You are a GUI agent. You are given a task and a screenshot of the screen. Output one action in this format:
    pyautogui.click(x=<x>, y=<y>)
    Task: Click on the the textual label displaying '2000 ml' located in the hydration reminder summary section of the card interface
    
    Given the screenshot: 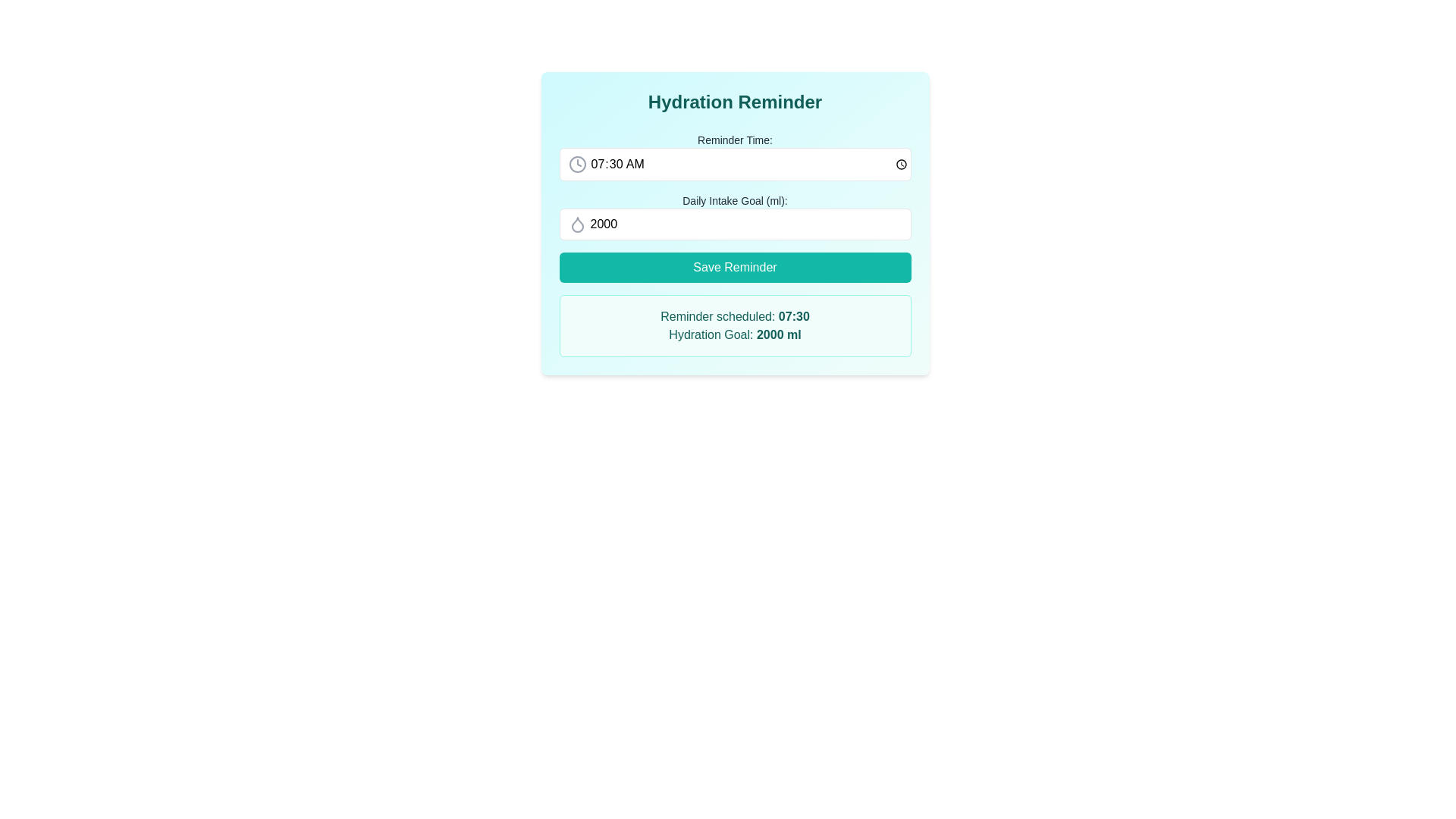 What is the action you would take?
    pyautogui.click(x=779, y=334)
    